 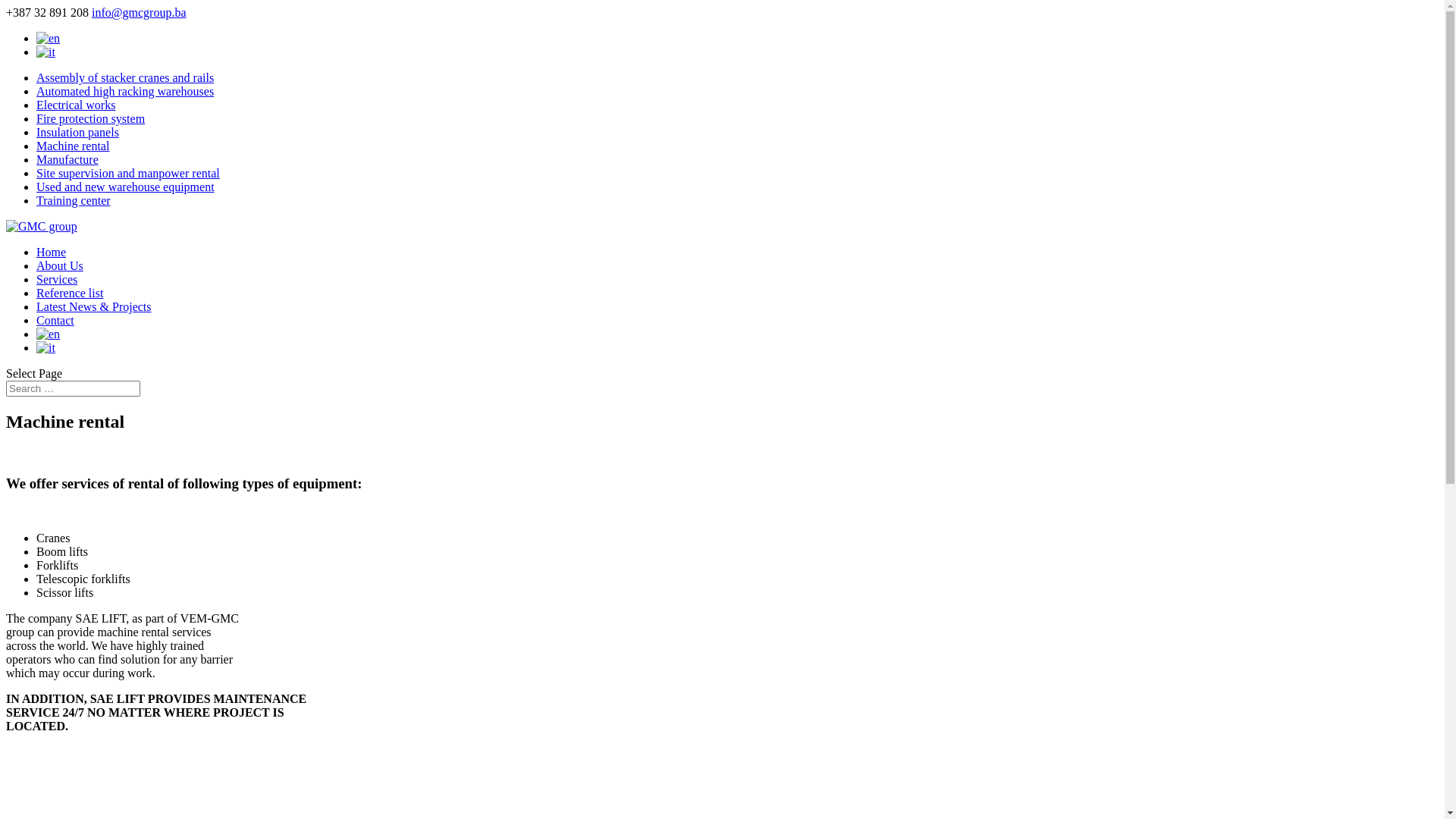 I want to click on 'Search for:', so click(x=72, y=388).